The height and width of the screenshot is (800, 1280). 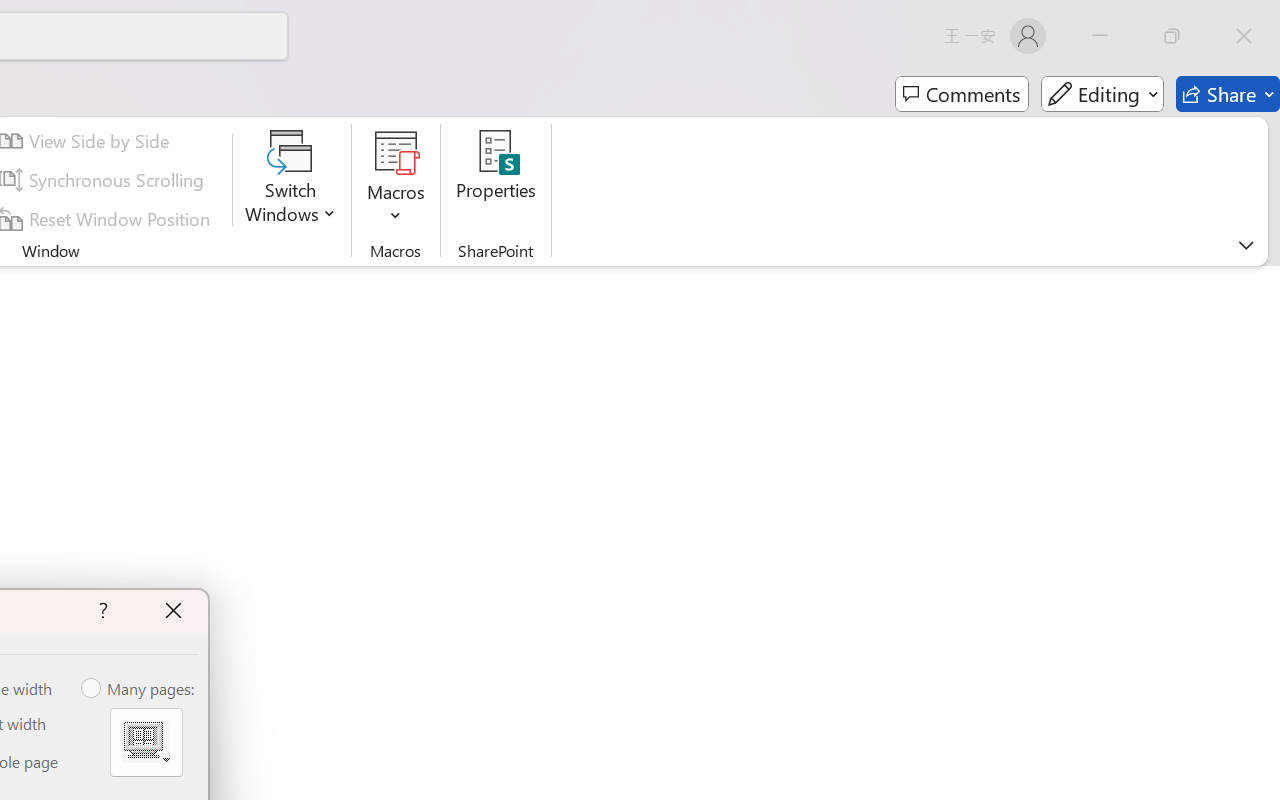 I want to click on 'Comments', so click(x=961, y=94).